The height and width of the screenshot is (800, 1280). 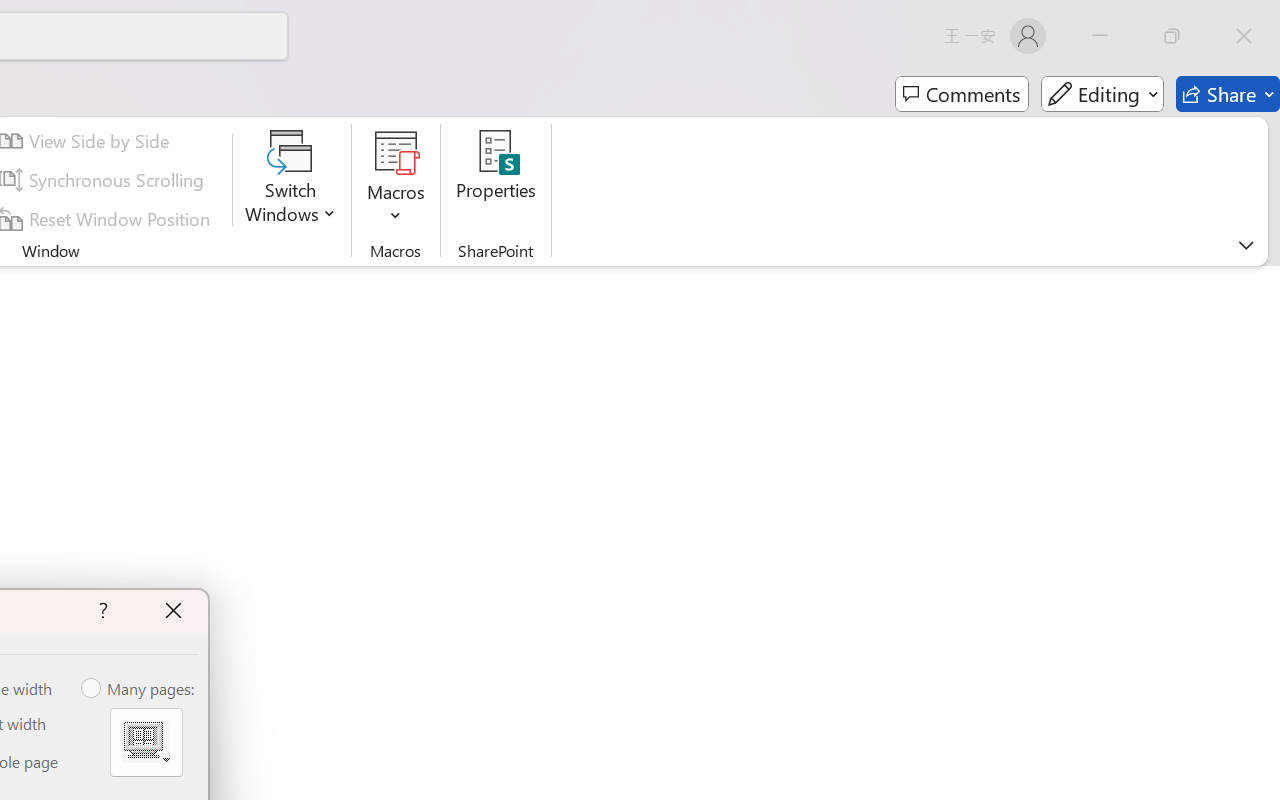 I want to click on 'Comments', so click(x=961, y=94).